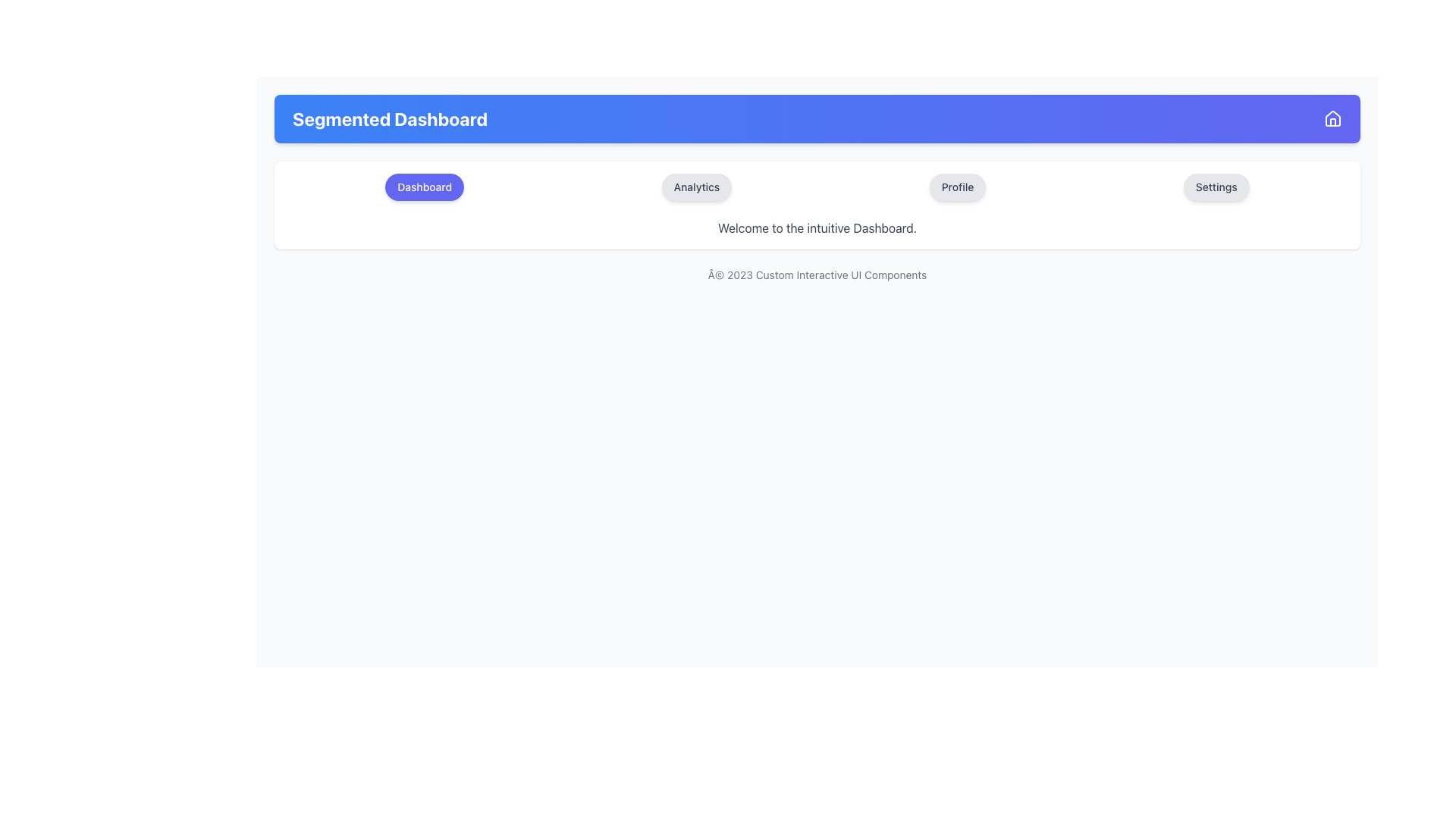 Image resolution: width=1456 pixels, height=819 pixels. I want to click on displayed information from the text label 'Segmented Dashboard' which is styled in a large, bold font and displayed in white against a gradient background, so click(390, 118).